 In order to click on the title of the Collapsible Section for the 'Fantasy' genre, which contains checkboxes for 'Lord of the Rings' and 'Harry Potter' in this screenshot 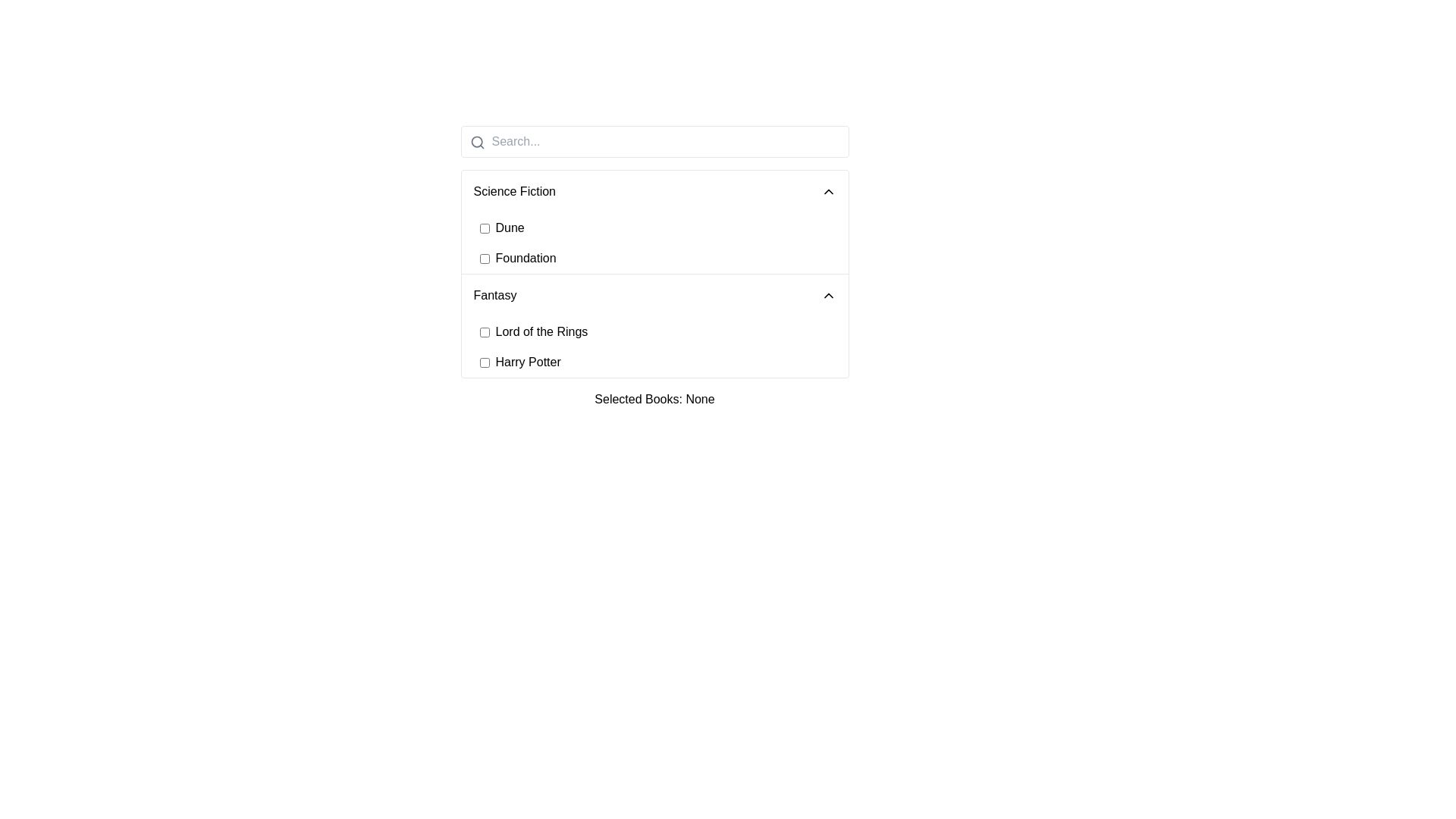, I will do `click(654, 325)`.